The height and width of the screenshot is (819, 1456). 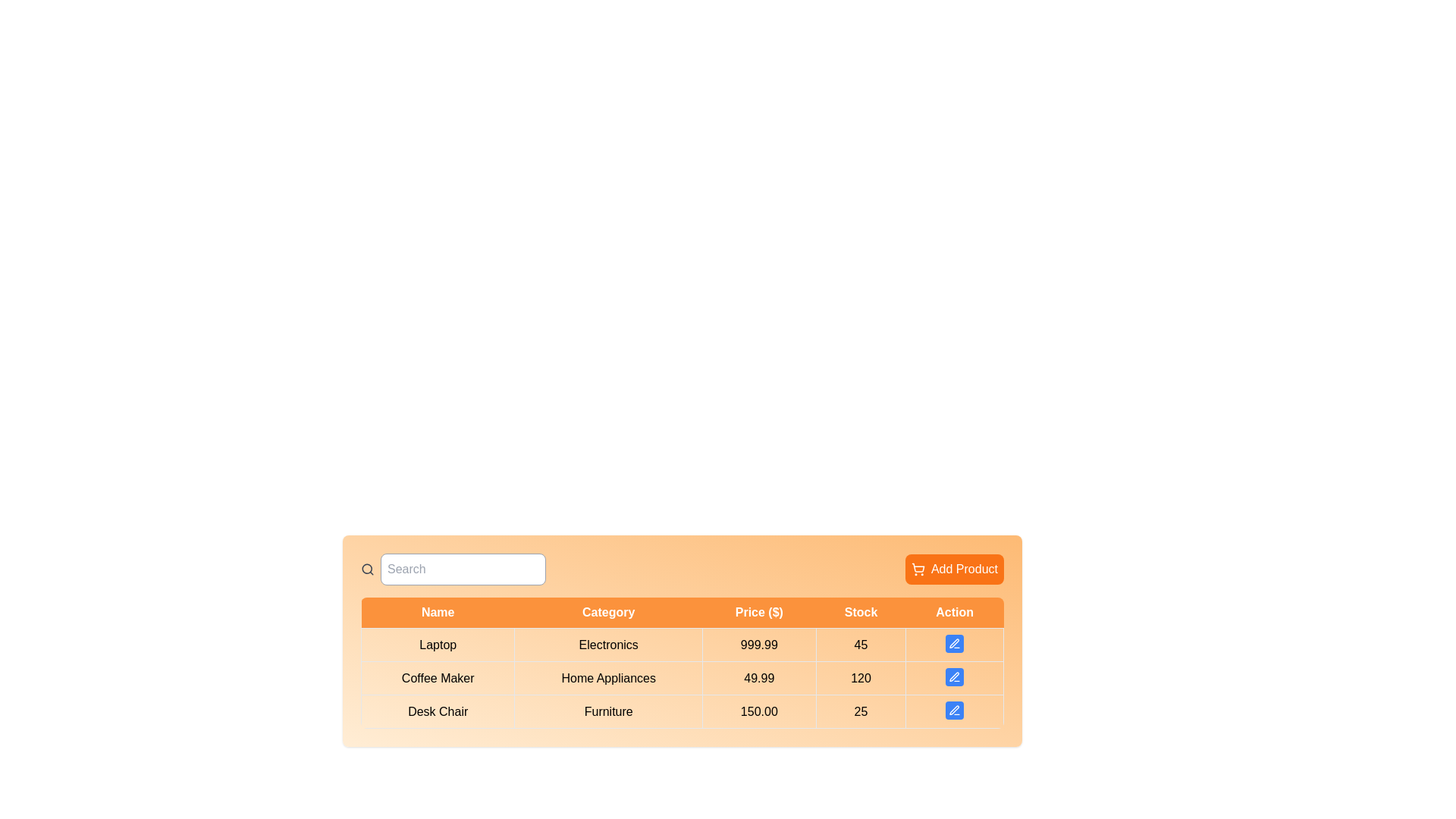 What do you see at coordinates (953, 676) in the screenshot?
I see `the pencil icon in the second row of the action column` at bounding box center [953, 676].